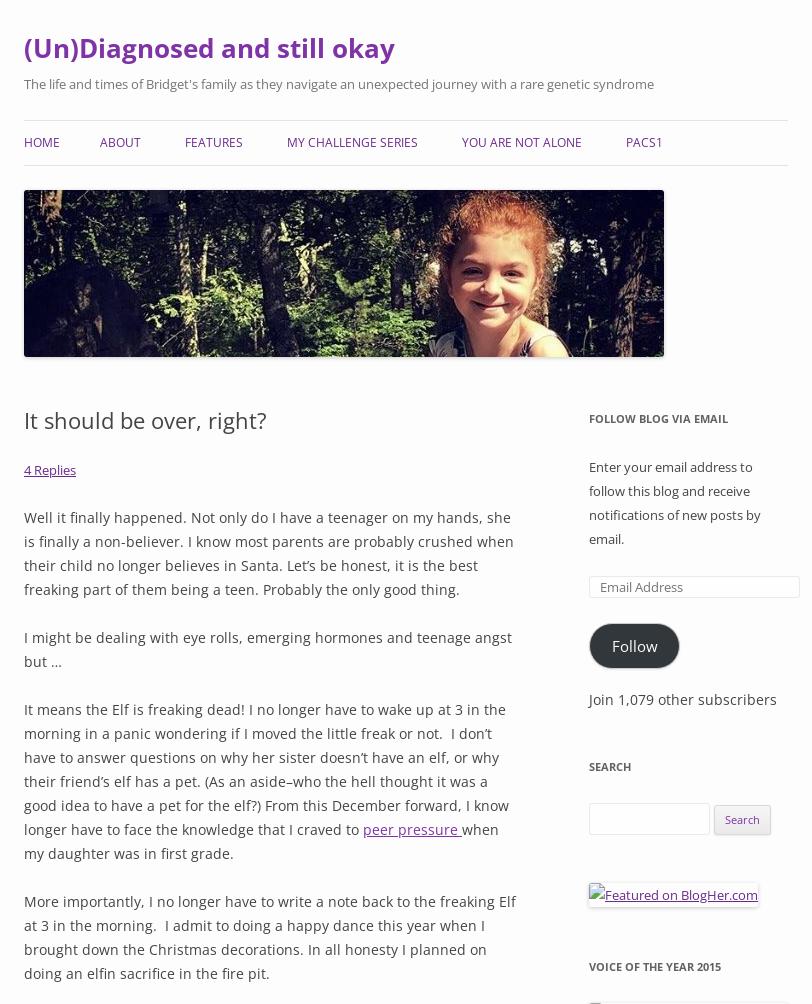 The image size is (812, 1004). Describe the element at coordinates (24, 840) in the screenshot. I see `'when my daughter was in first grade.'` at that location.